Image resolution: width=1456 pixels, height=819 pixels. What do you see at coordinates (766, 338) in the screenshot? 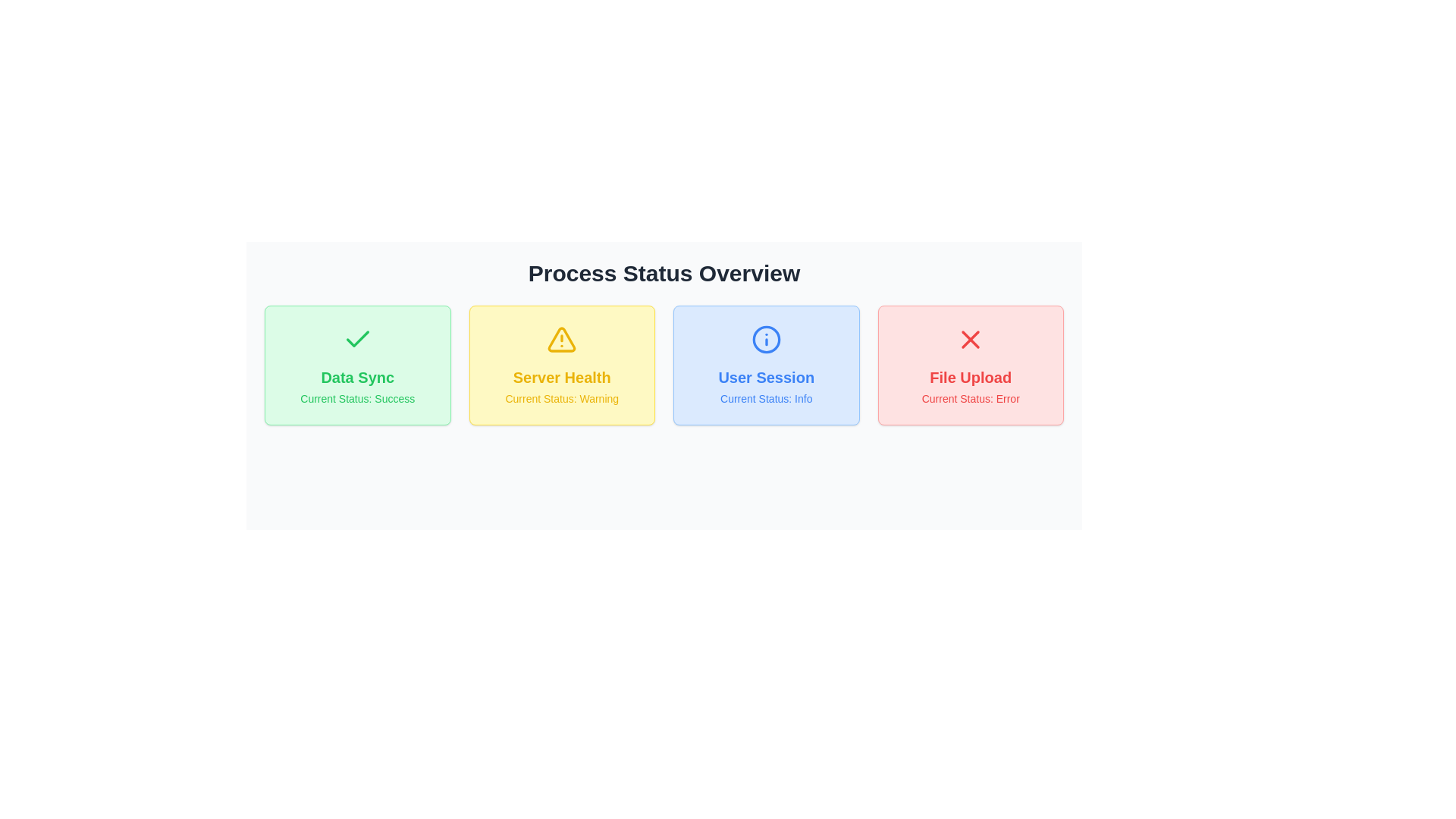
I see `the circular outline that visually supports the 'i' icon within the 'User Session' card` at bounding box center [766, 338].